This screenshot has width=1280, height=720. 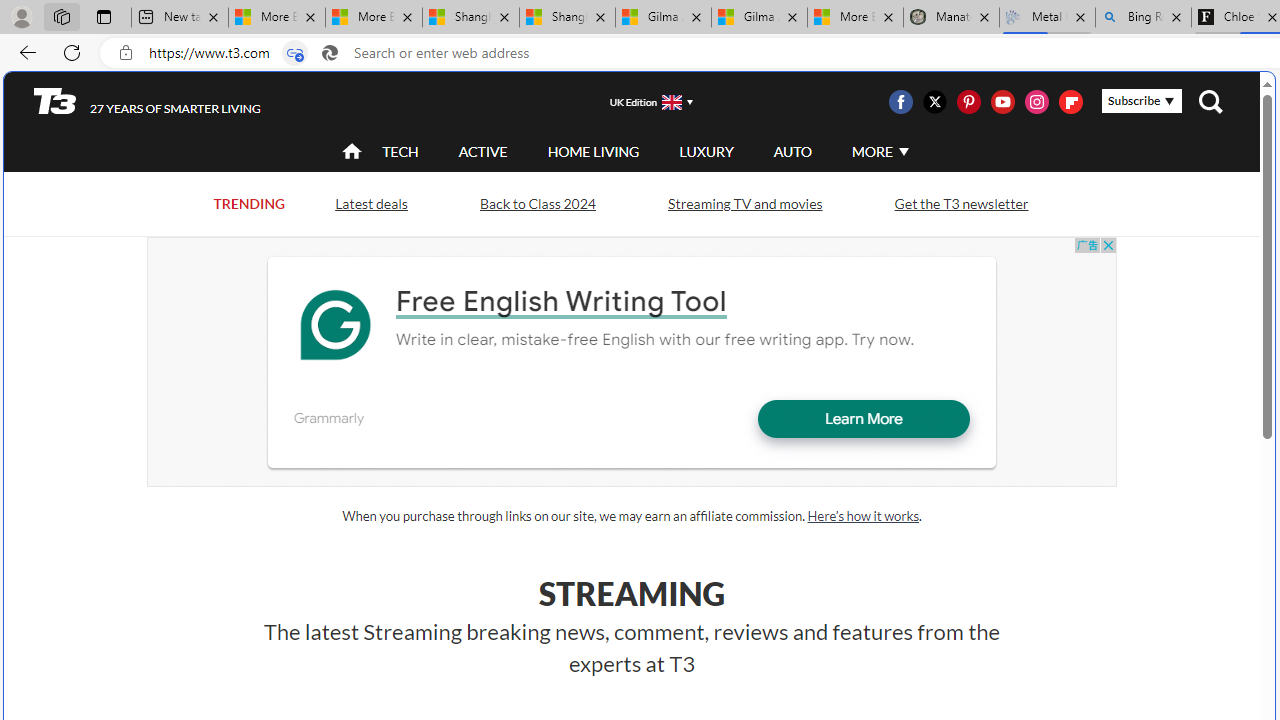 I want to click on 'LUXURY', so click(x=705, y=150).